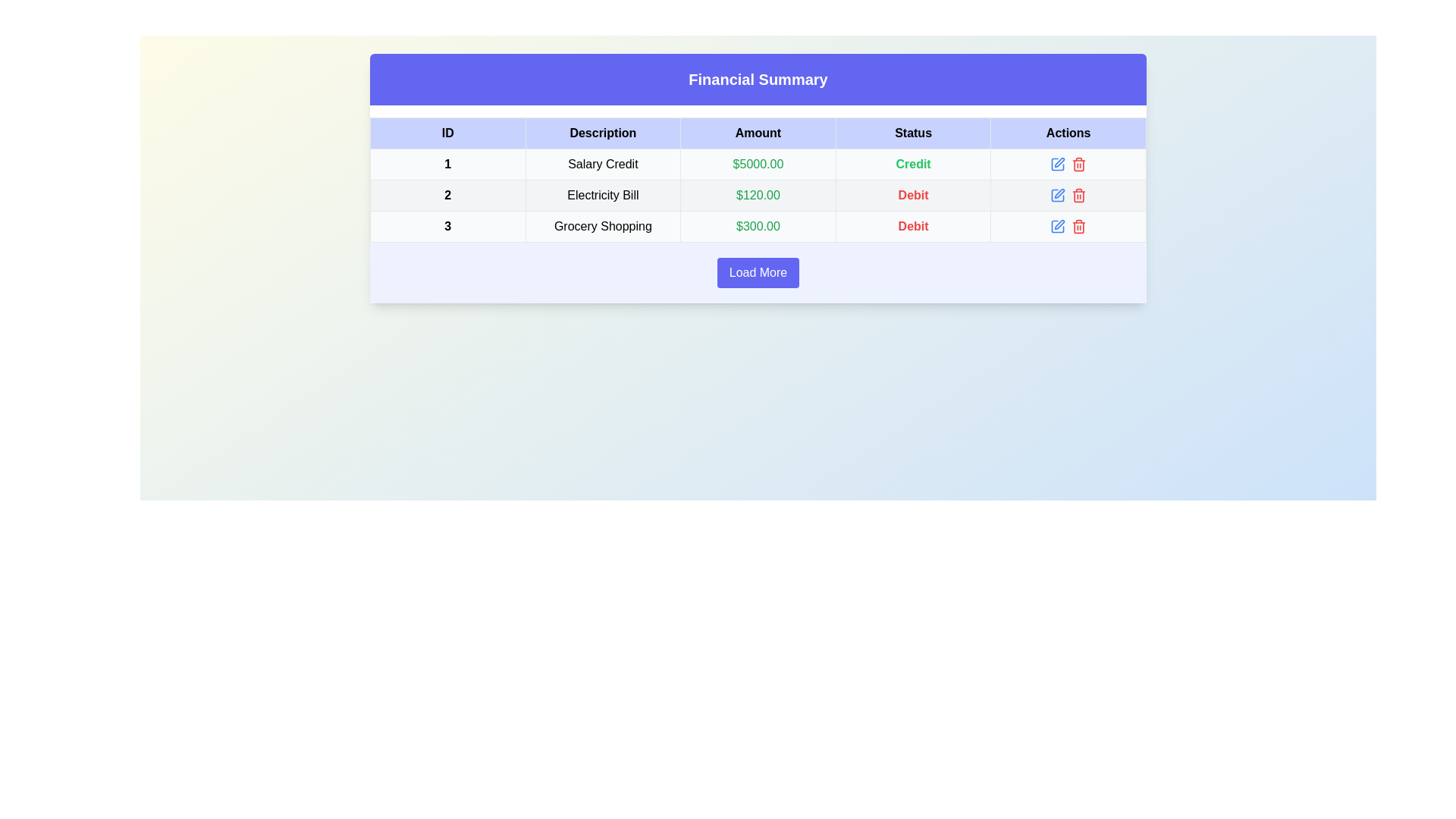  Describe the element at coordinates (758, 133) in the screenshot. I see `the third table header that labels the column containing monetary amounts, located between the 'Description' and 'Status' headers` at that location.